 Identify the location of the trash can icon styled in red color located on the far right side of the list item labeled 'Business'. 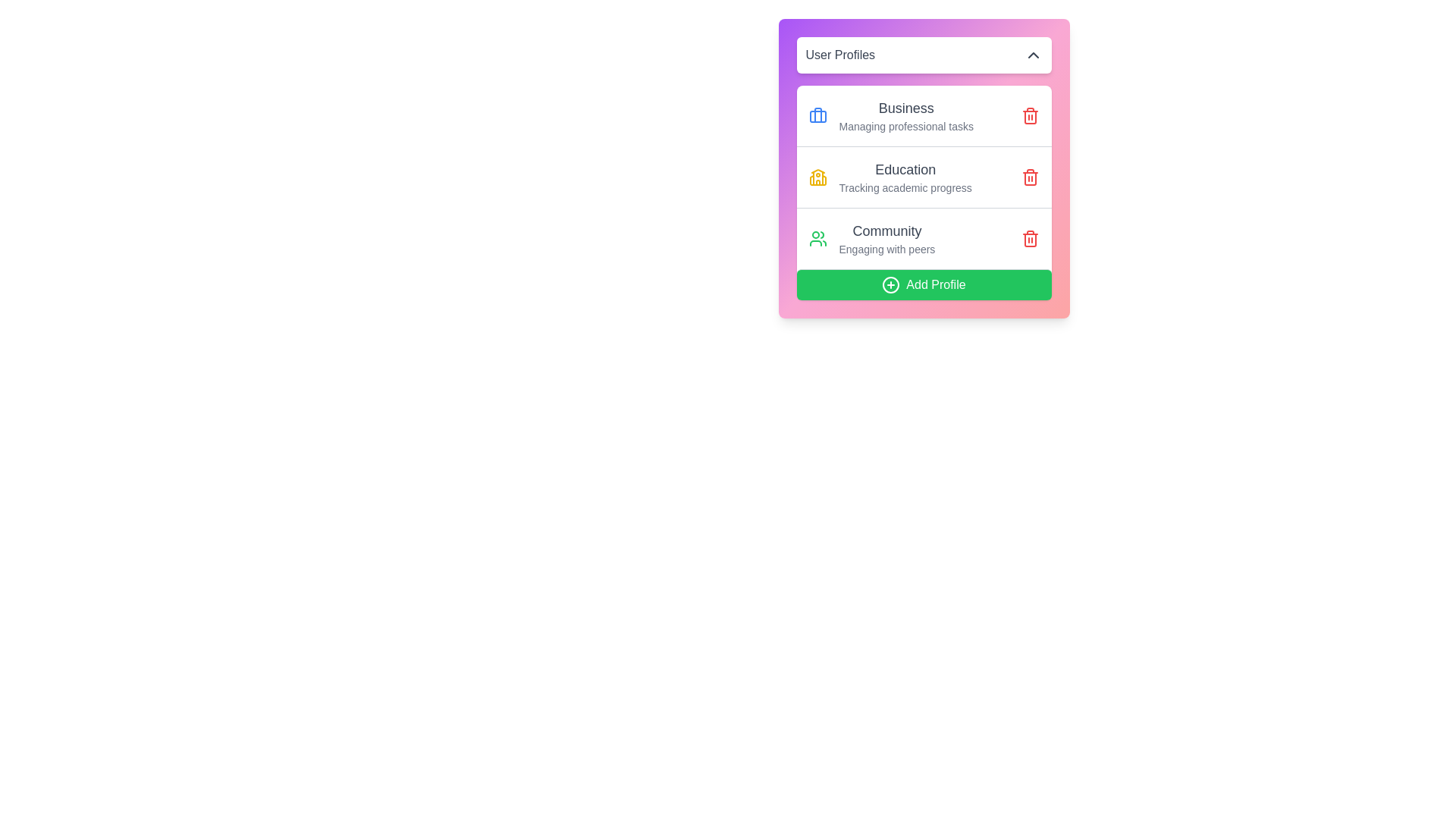
(1030, 115).